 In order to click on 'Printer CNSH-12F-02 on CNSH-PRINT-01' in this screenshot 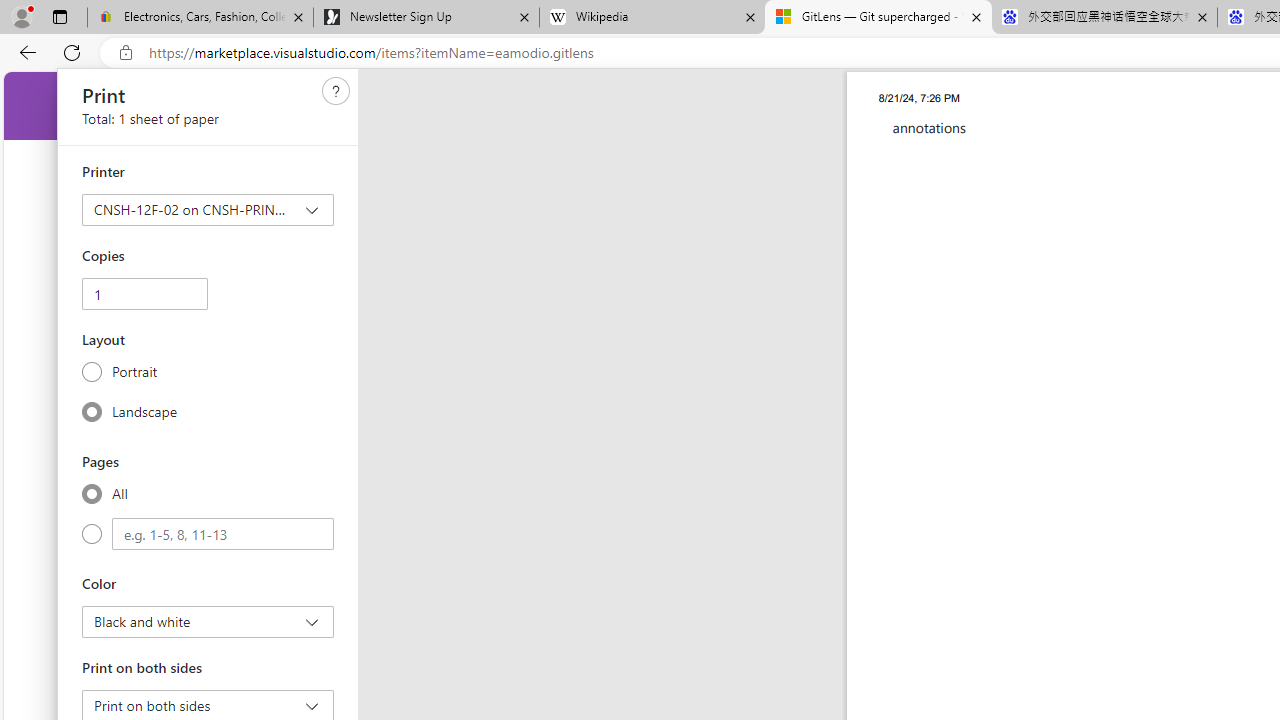, I will do `click(208, 209)`.